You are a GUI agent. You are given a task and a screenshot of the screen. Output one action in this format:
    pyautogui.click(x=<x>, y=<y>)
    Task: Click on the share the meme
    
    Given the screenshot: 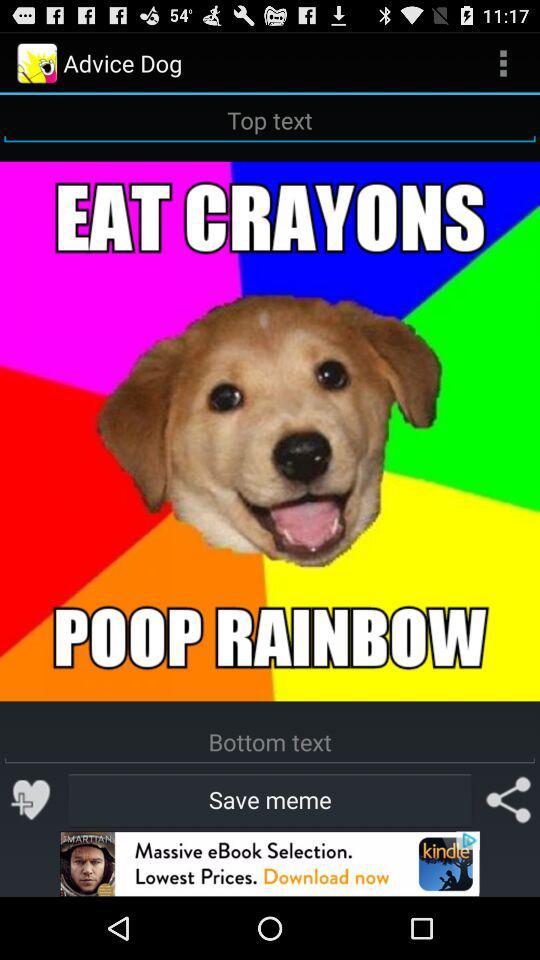 What is the action you would take?
    pyautogui.click(x=508, y=799)
    